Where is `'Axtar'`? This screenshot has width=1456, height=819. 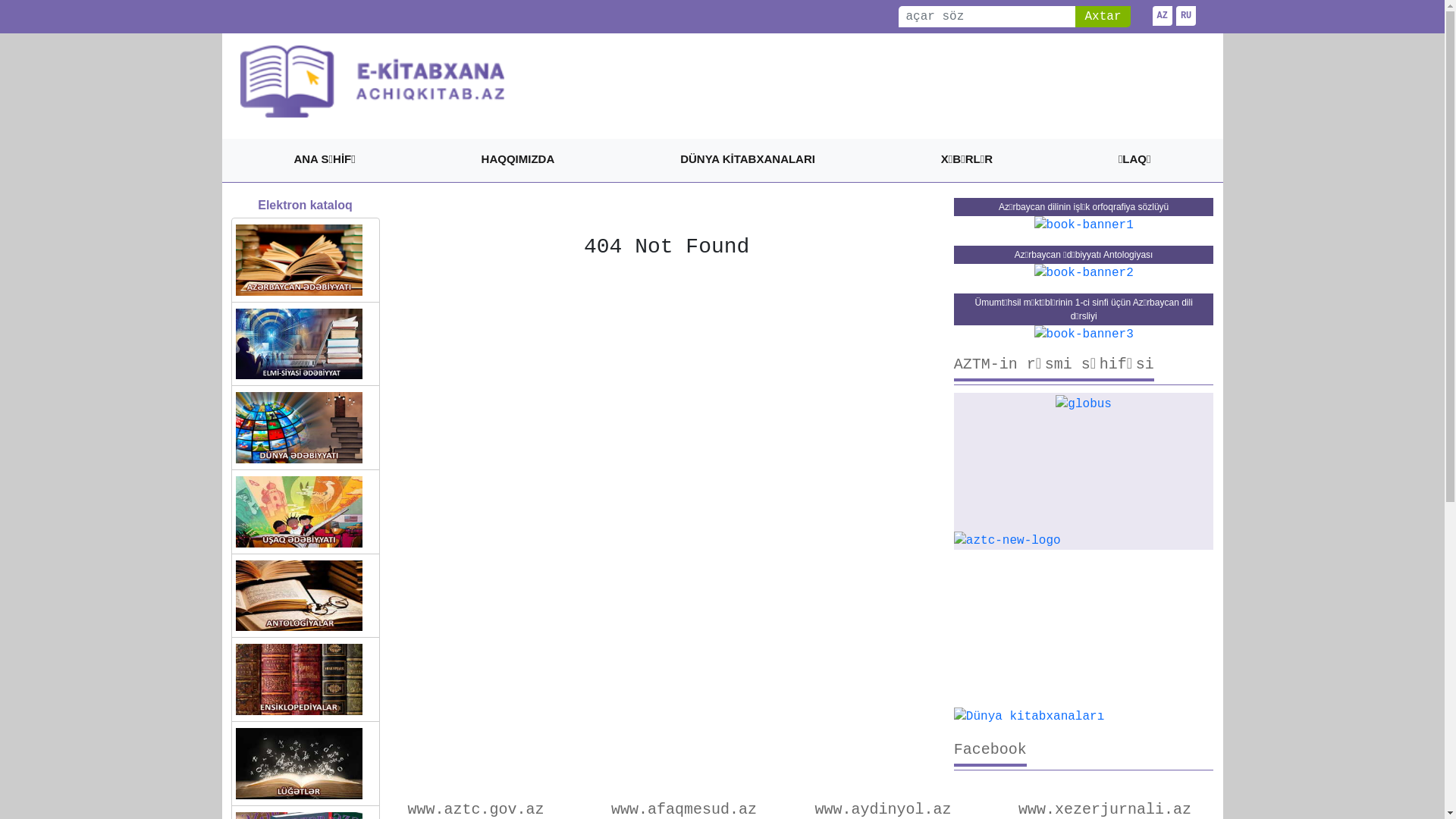 'Axtar' is located at coordinates (1074, 17).